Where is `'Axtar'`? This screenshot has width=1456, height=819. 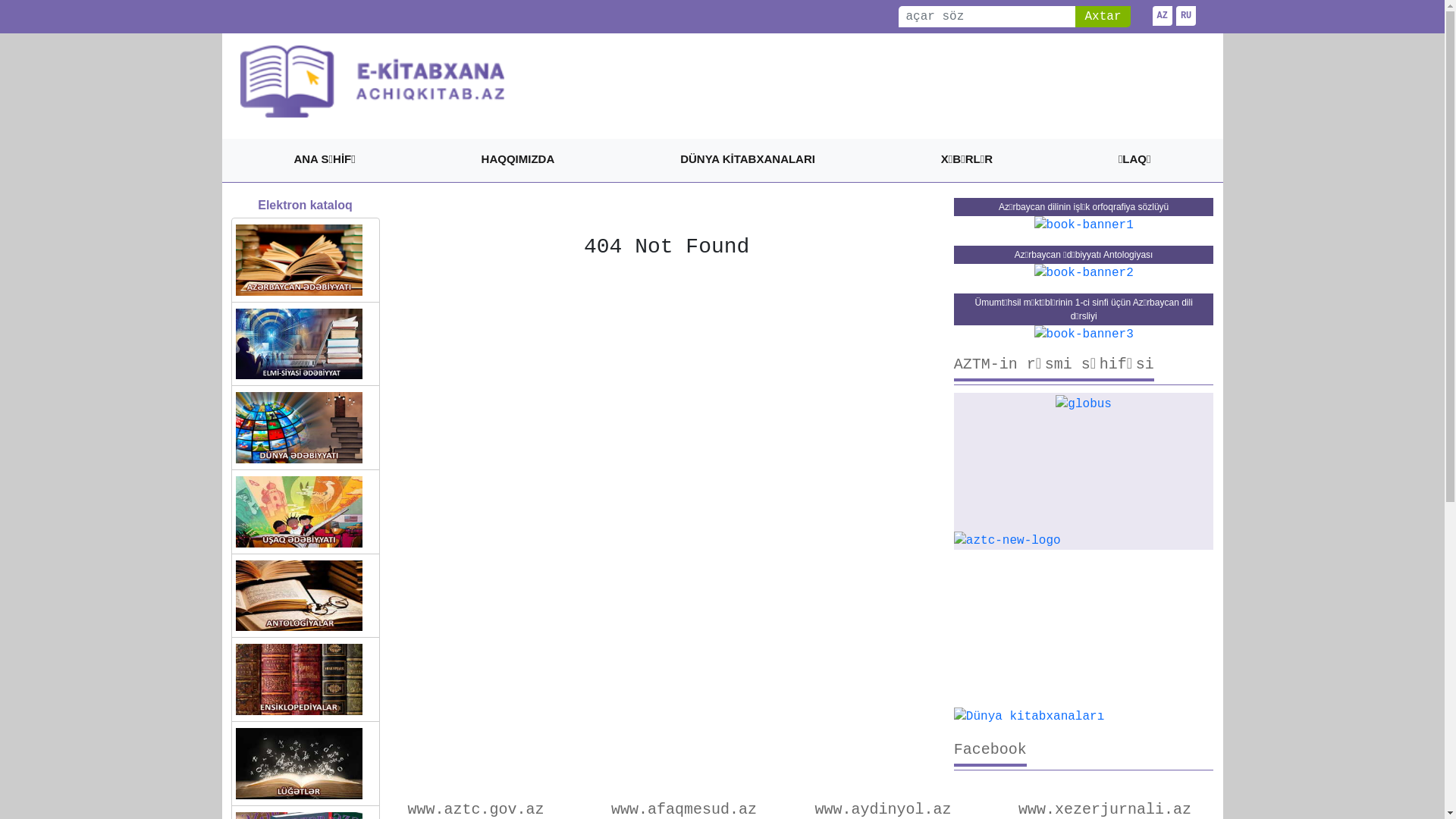 'Axtar' is located at coordinates (1074, 17).